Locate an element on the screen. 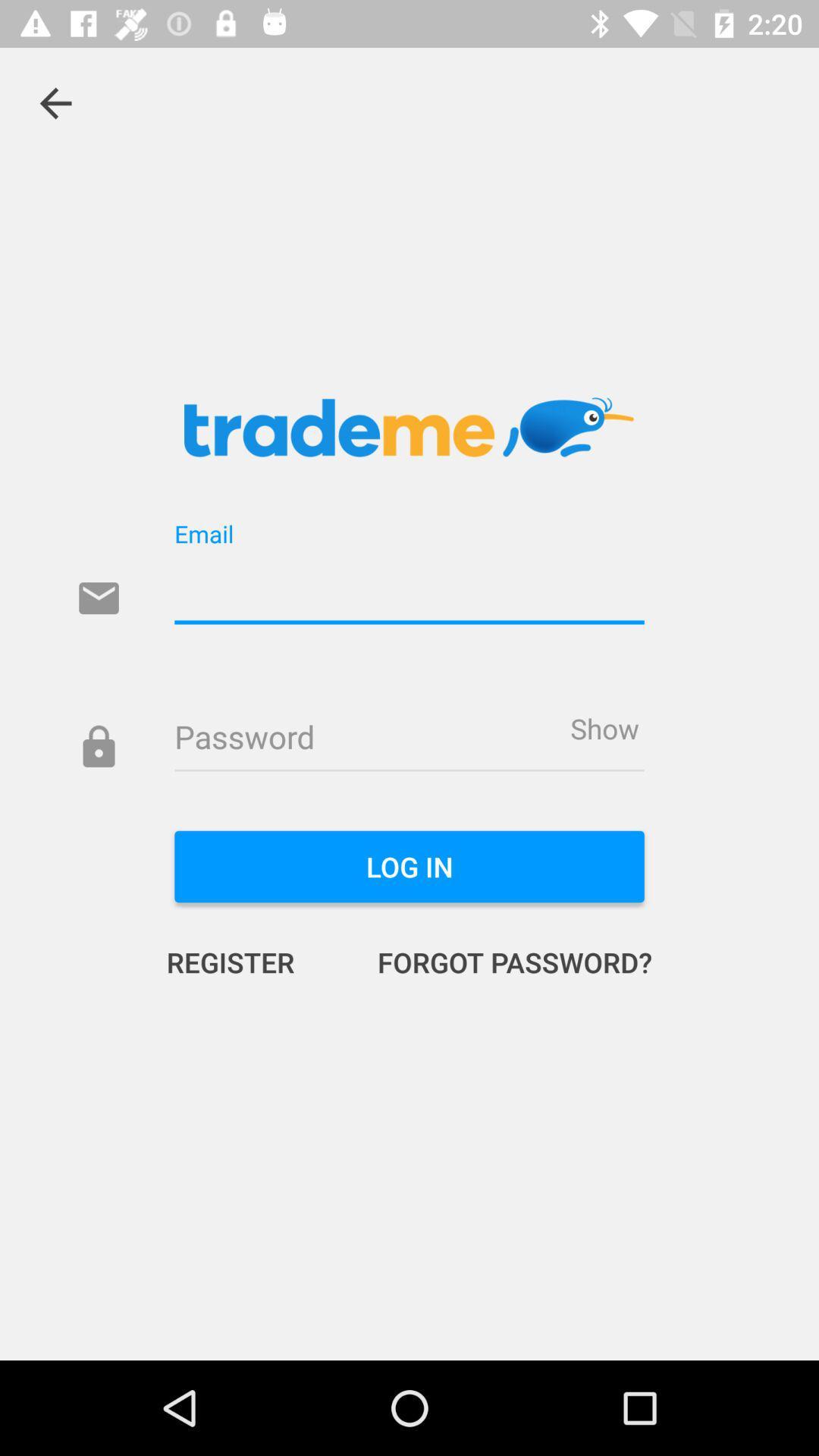  the icon at the top left corner is located at coordinates (55, 102).